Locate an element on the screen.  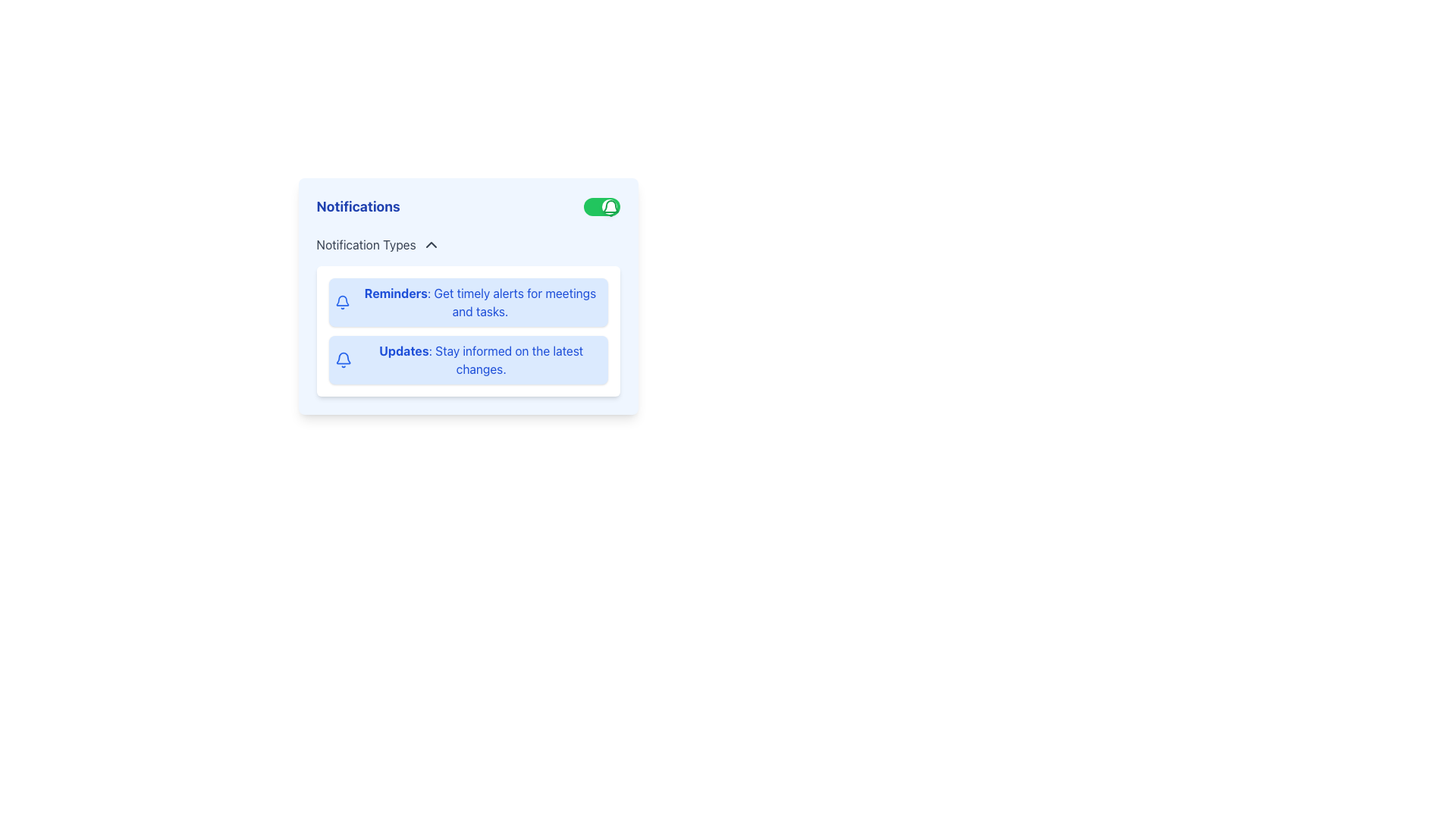
the chevron-up arrow icon located to the right of the 'Notification Types' text is located at coordinates (430, 244).